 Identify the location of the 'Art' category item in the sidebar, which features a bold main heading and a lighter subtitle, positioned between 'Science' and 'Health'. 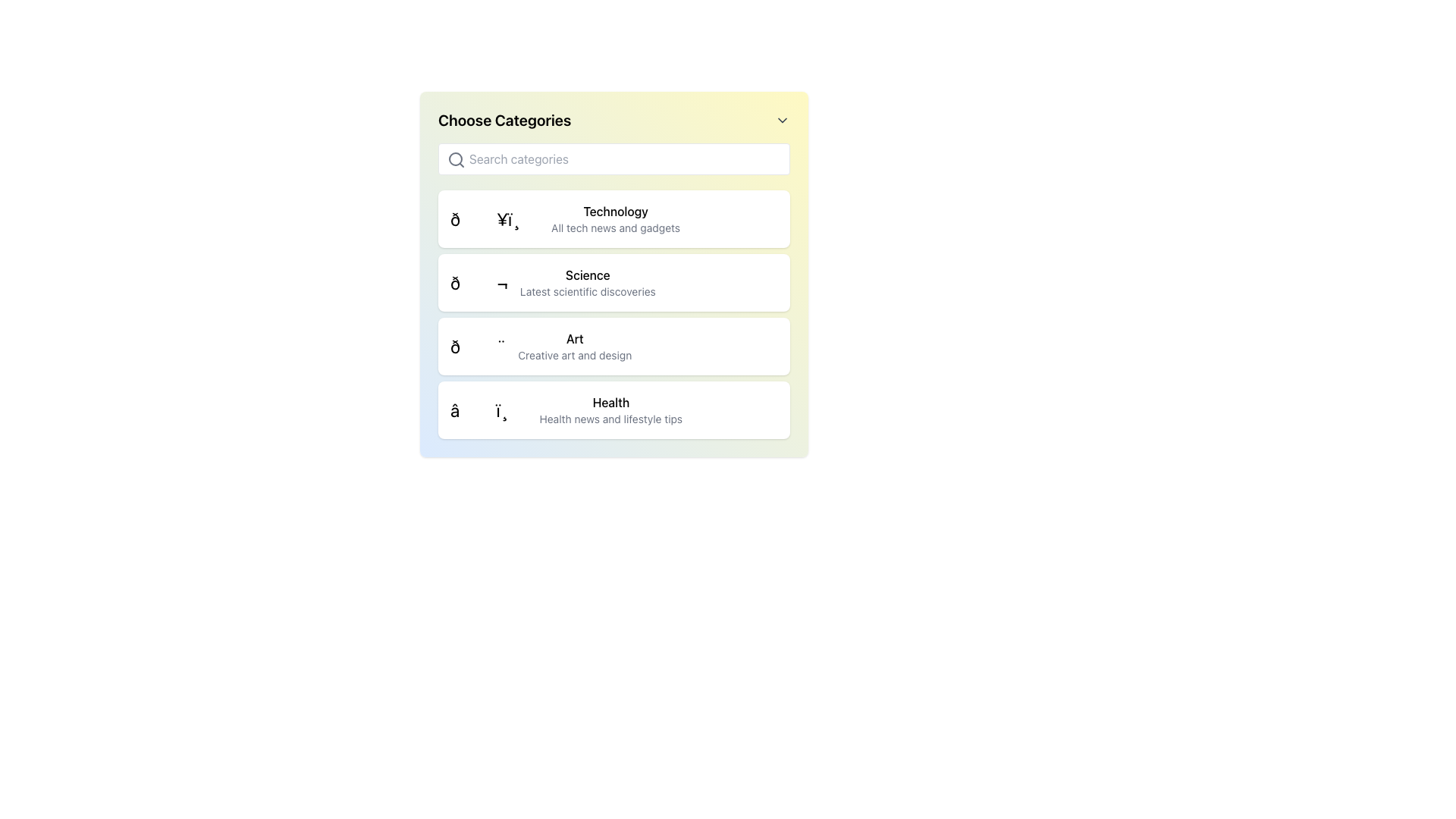
(574, 346).